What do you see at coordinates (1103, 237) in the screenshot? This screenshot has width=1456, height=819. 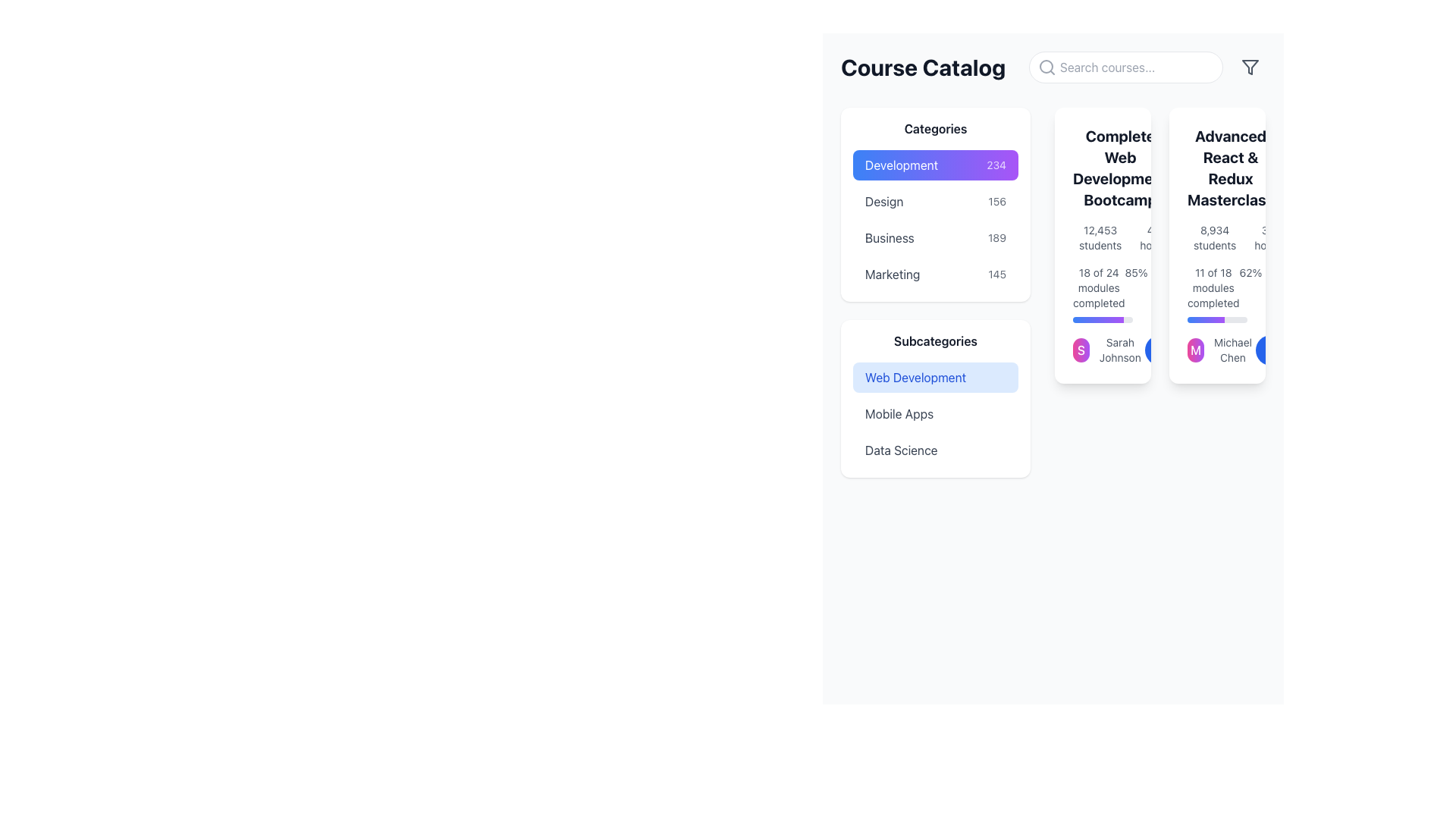 I see `text value of the statistical indicator for the number of students enrolled in the 'Complete Web Development Bootcamp' card, located below the course title and next to the displayed duration` at bounding box center [1103, 237].